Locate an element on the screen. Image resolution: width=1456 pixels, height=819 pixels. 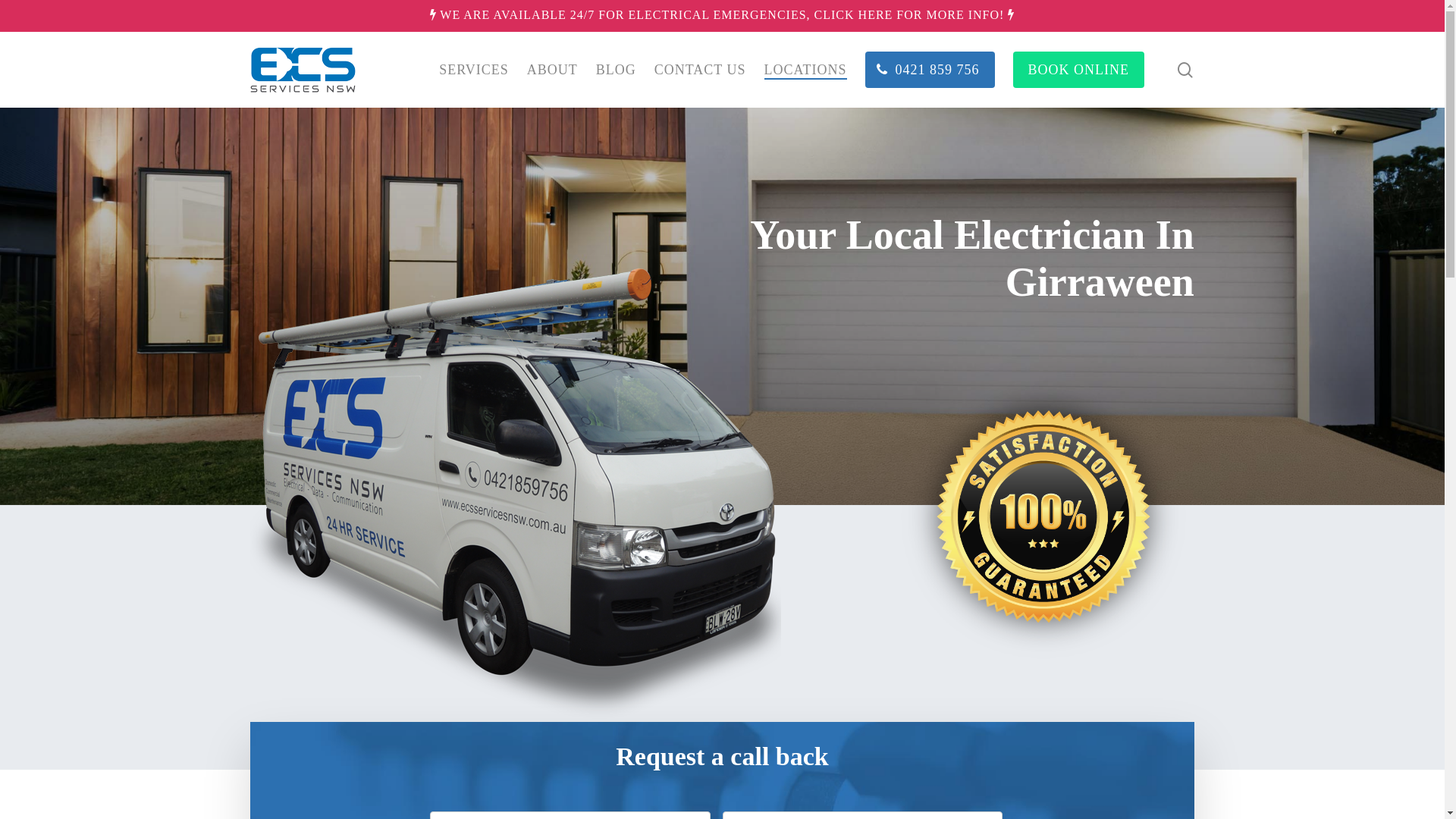
'BOOK ONLINE' is located at coordinates (1078, 70).